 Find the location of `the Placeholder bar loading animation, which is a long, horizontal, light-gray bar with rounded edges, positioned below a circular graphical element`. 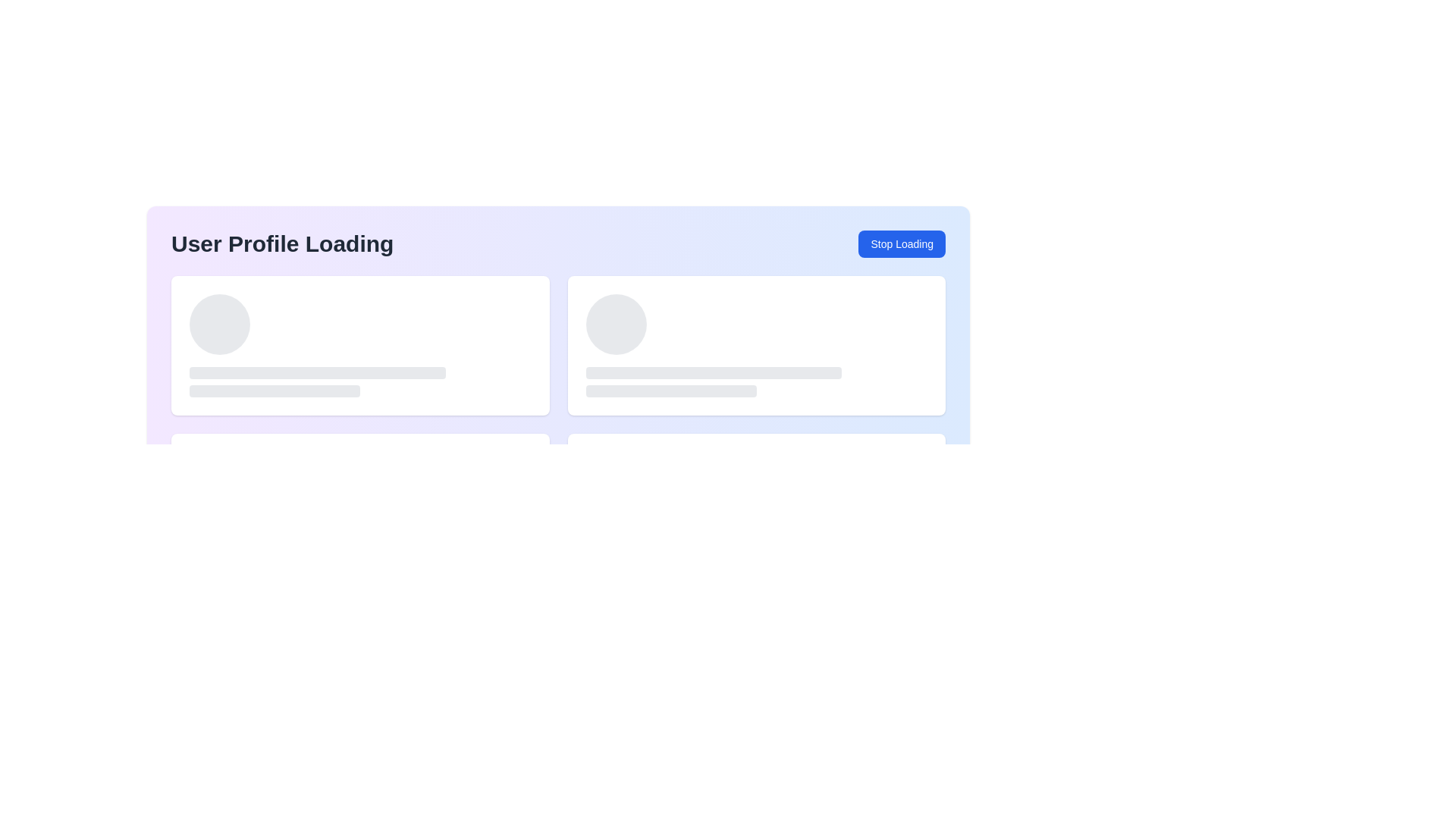

the Placeholder bar loading animation, which is a long, horizontal, light-gray bar with rounded edges, positioned below a circular graphical element is located at coordinates (713, 373).